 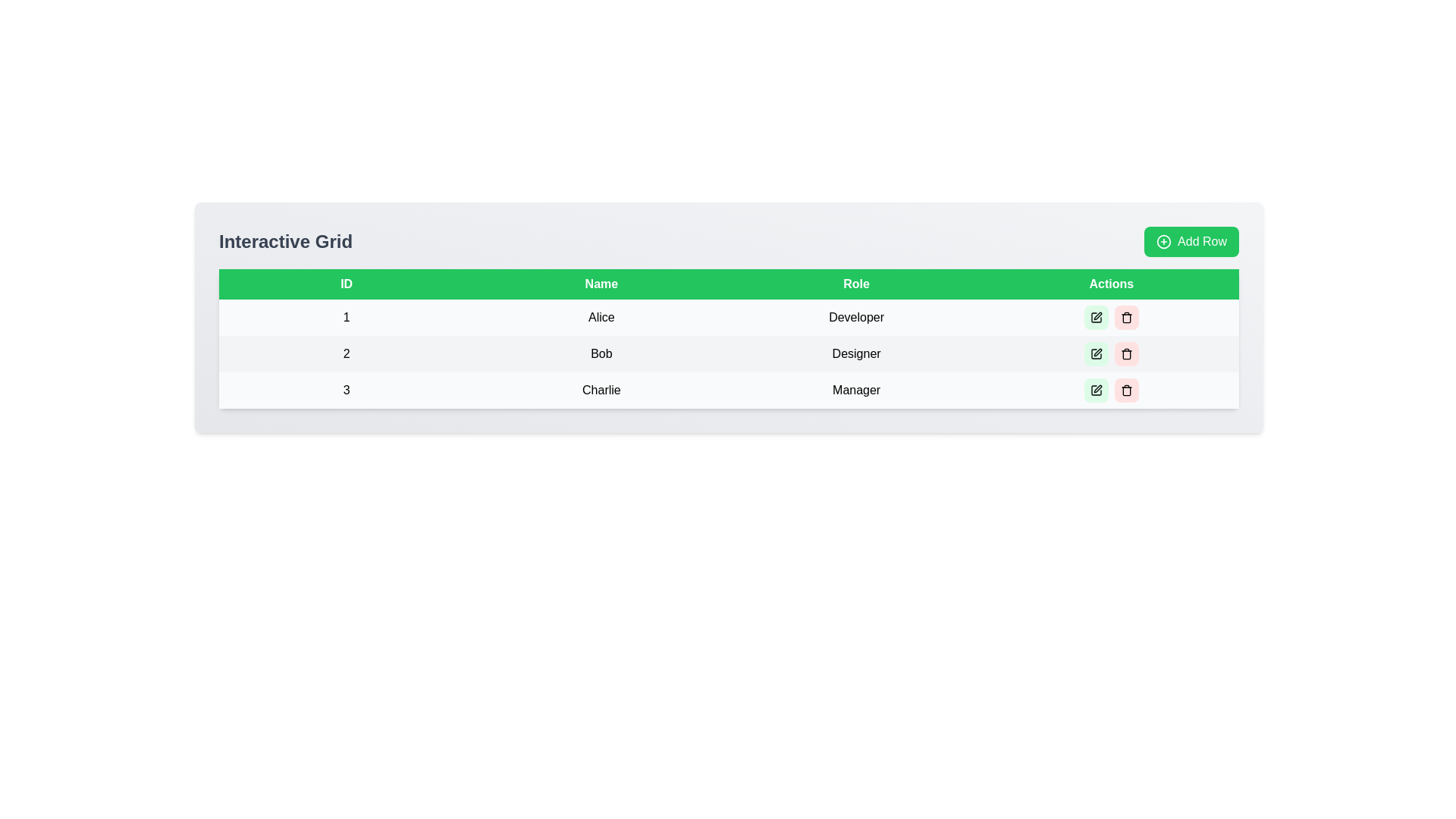 I want to click on the static text label in the 'Role' column of the first row of the table, which provides information about the person's role, so click(x=856, y=317).